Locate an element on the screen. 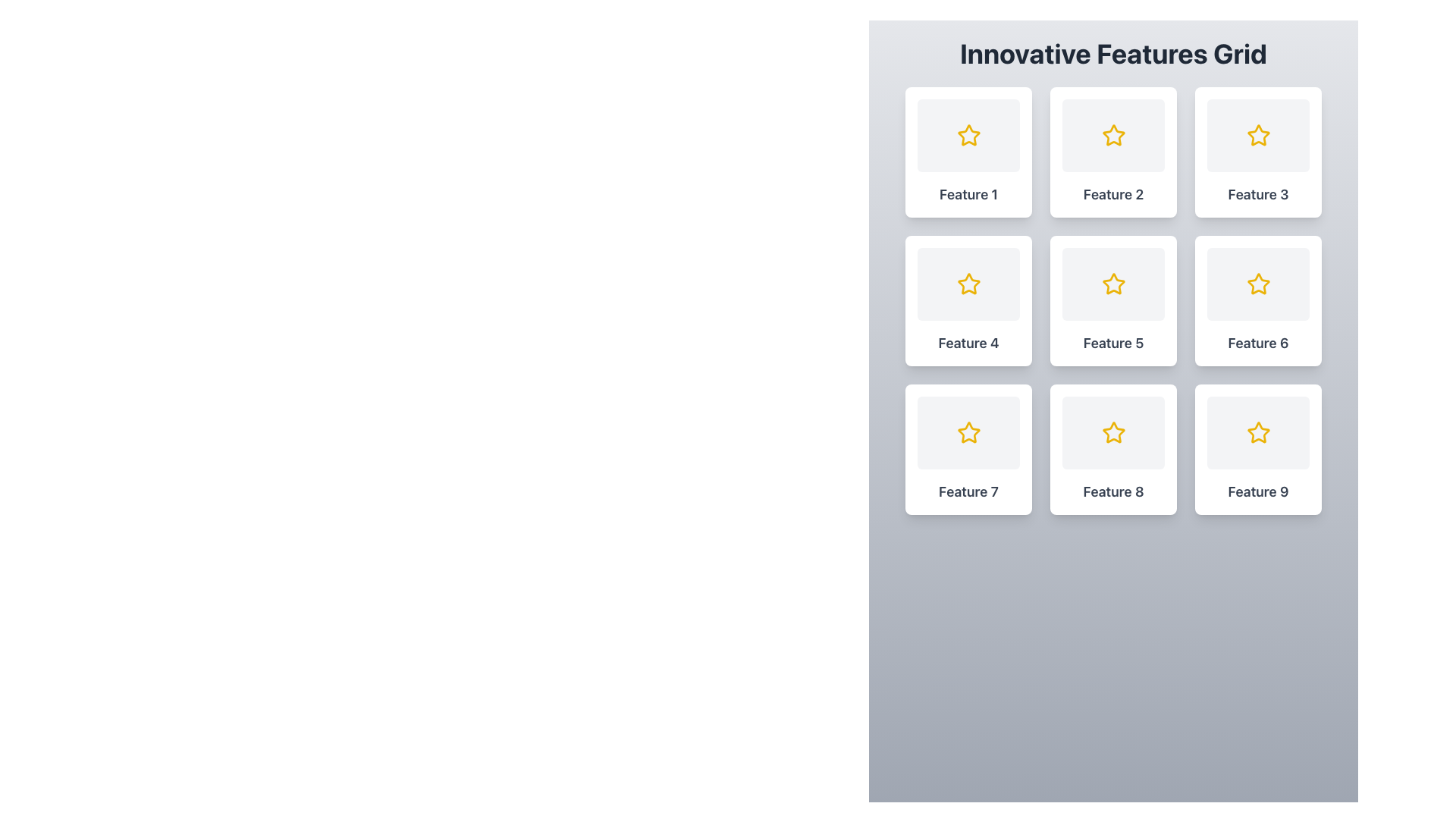 The height and width of the screenshot is (819, 1456). the star icon representing 'Feature 6' is located at coordinates (1258, 284).